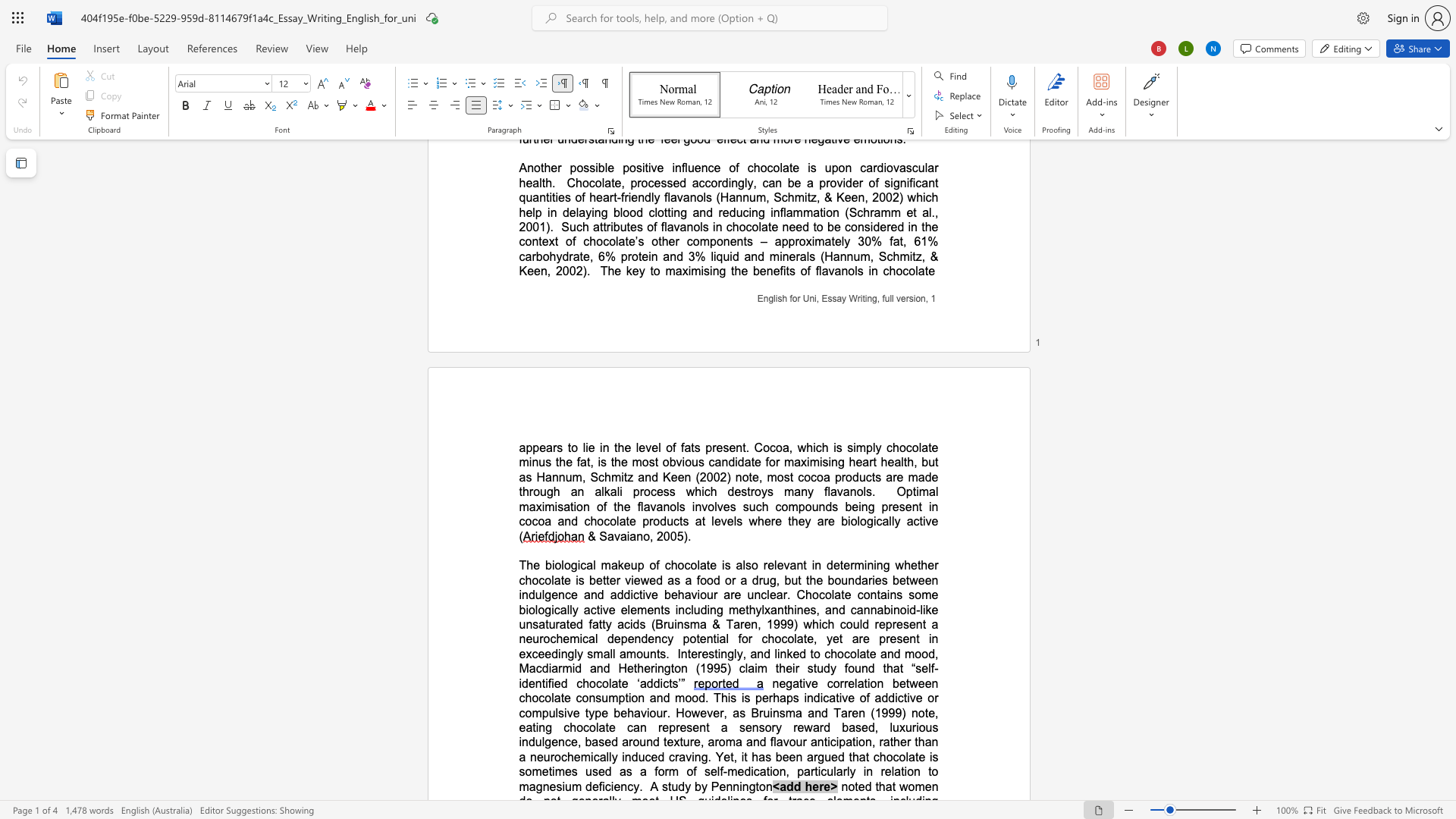 The width and height of the screenshot is (1456, 819). I want to click on the 4th character "m" in the text, so click(807, 212).